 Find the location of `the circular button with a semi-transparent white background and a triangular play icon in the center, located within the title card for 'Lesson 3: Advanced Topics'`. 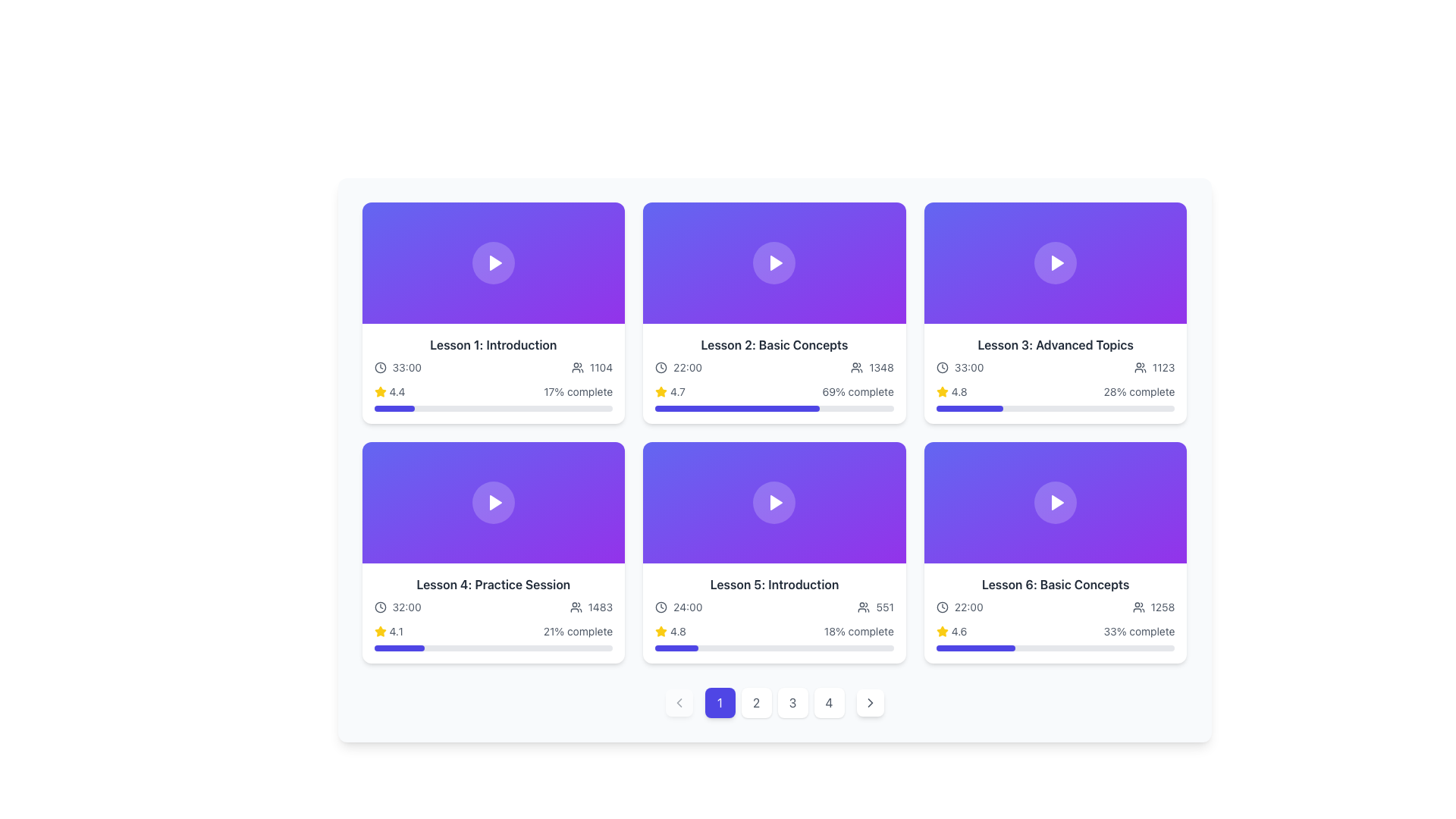

the circular button with a semi-transparent white background and a triangular play icon in the center, located within the title card for 'Lesson 3: Advanced Topics' is located at coordinates (1055, 262).